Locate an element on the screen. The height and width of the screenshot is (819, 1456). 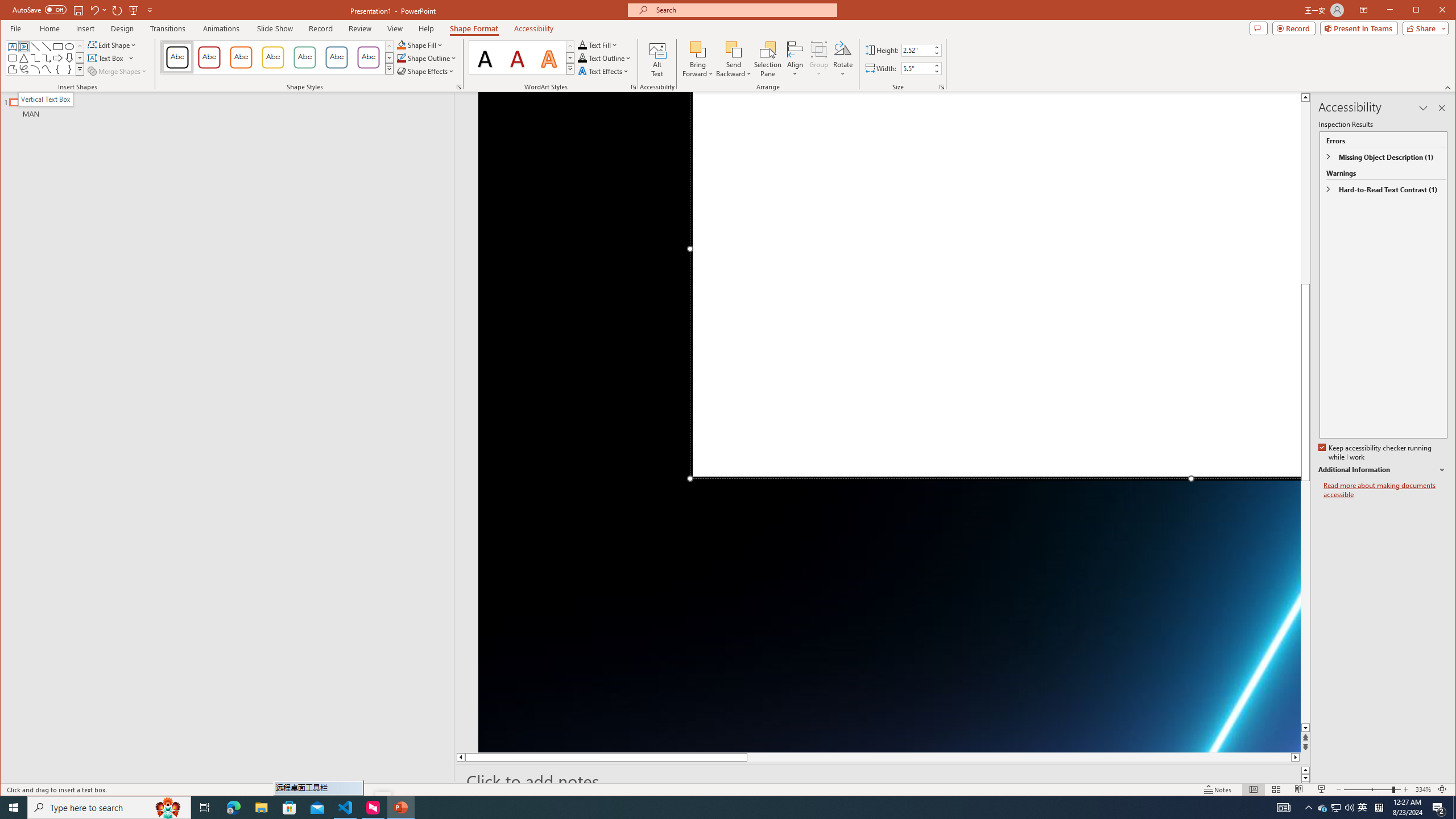
'Colored Outline - Blue-Gray, Accent 5' is located at coordinates (336, 57).